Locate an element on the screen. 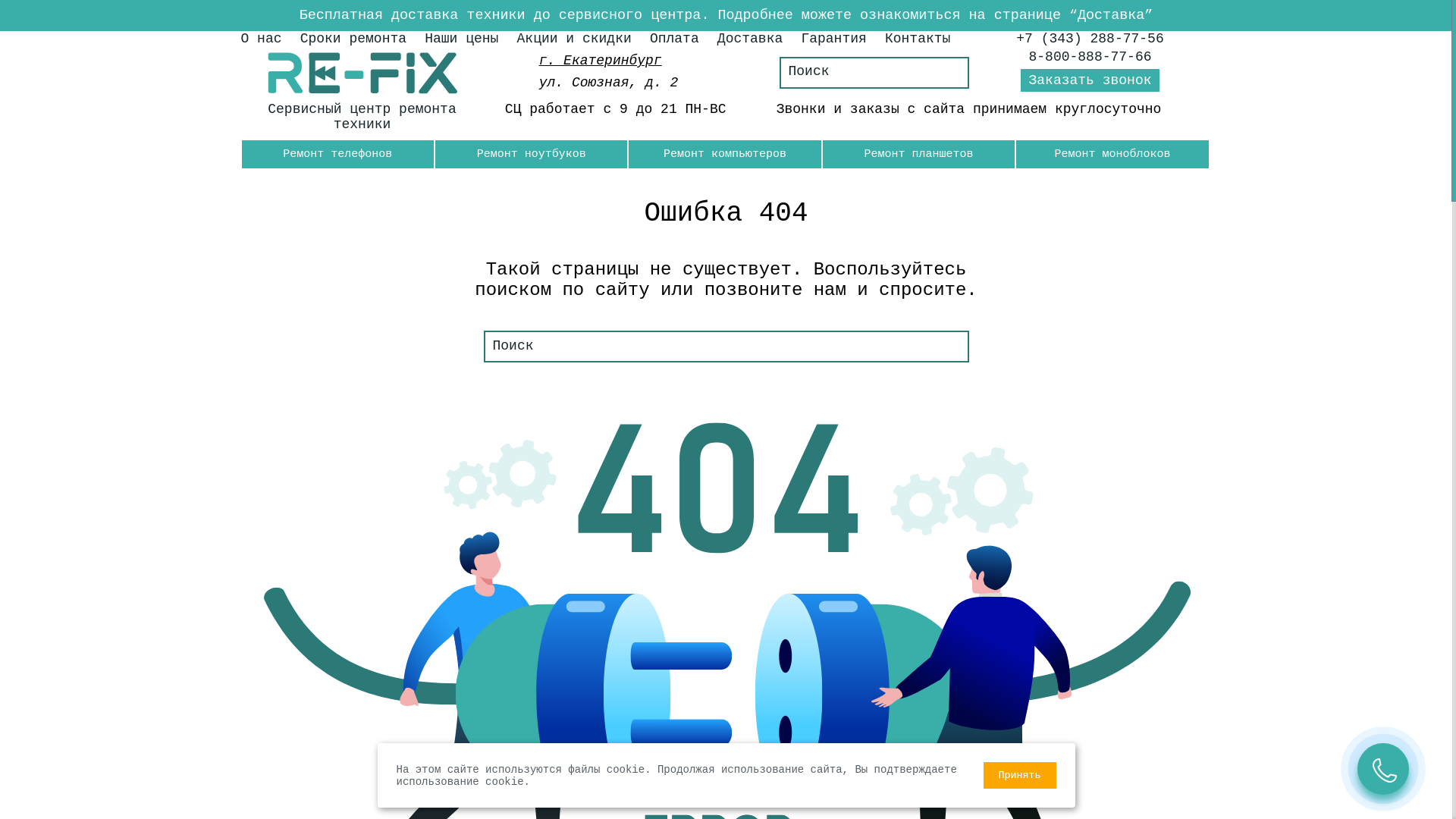 This screenshot has height=819, width=1456. '8-800-888-77-66' is located at coordinates (1090, 55).